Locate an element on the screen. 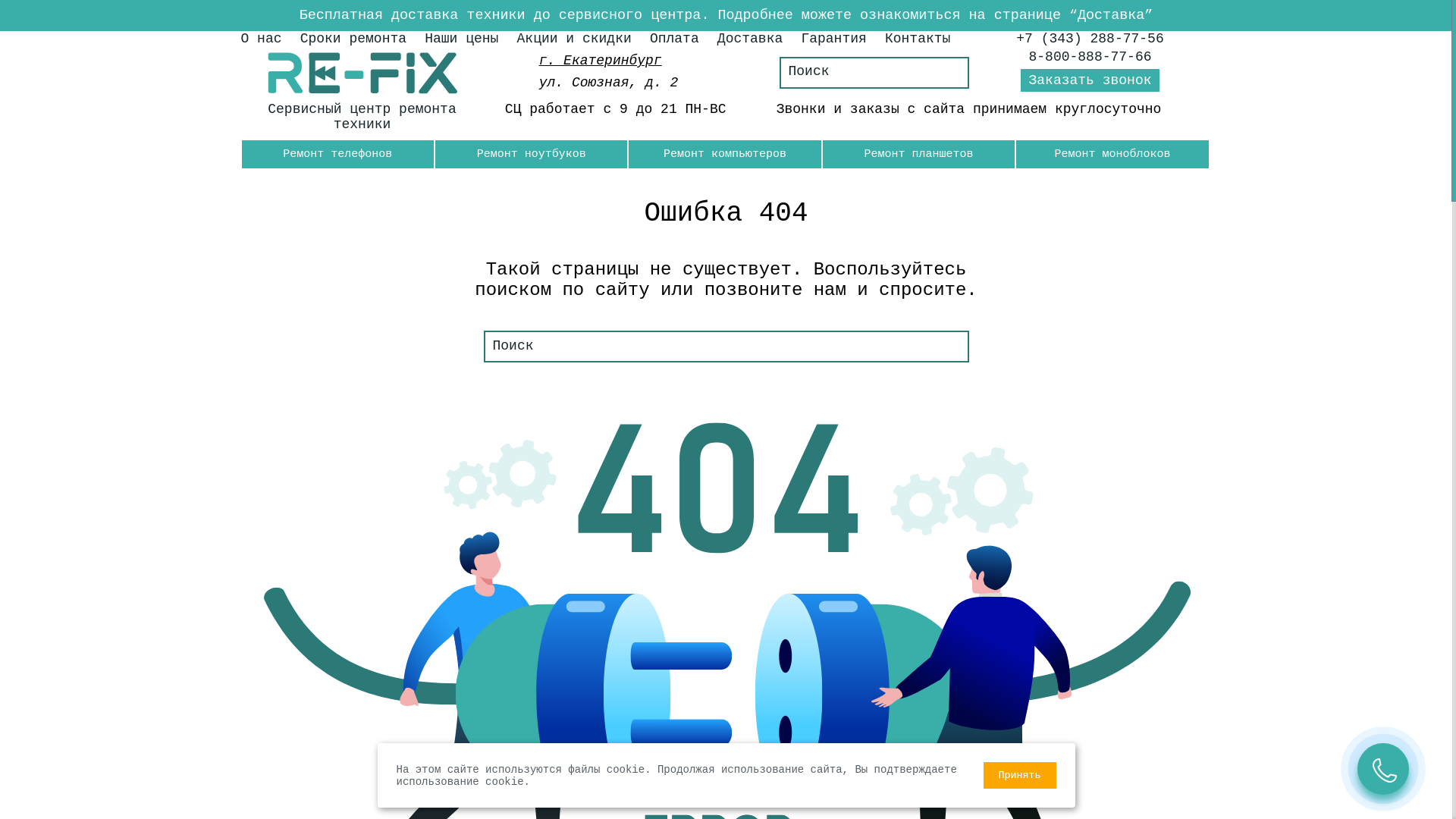 This screenshot has height=819, width=1456. '8-800-888-77-66' is located at coordinates (1090, 55).